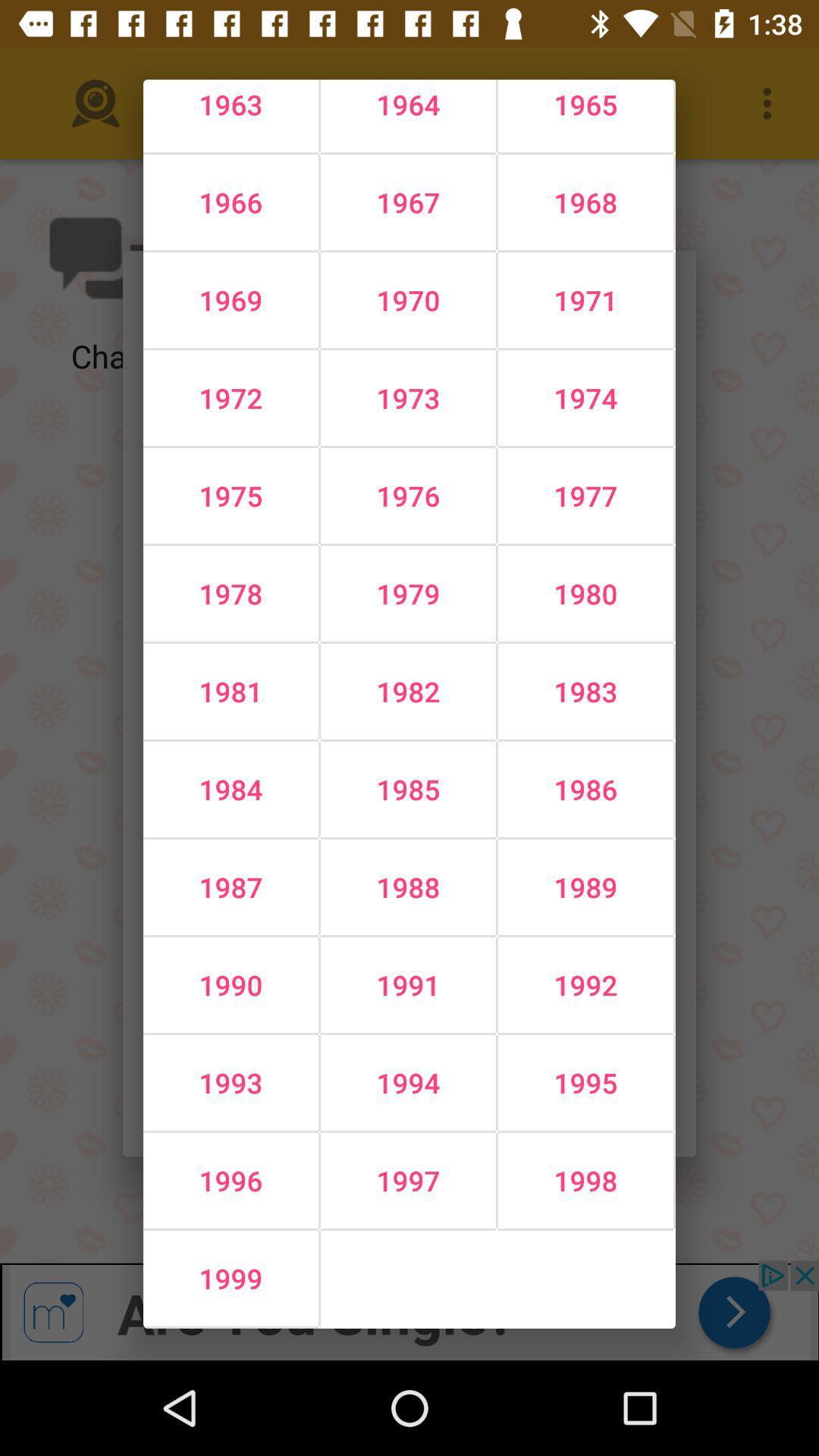 The height and width of the screenshot is (1456, 819). I want to click on icon to the right of the 1982 item, so click(585, 789).